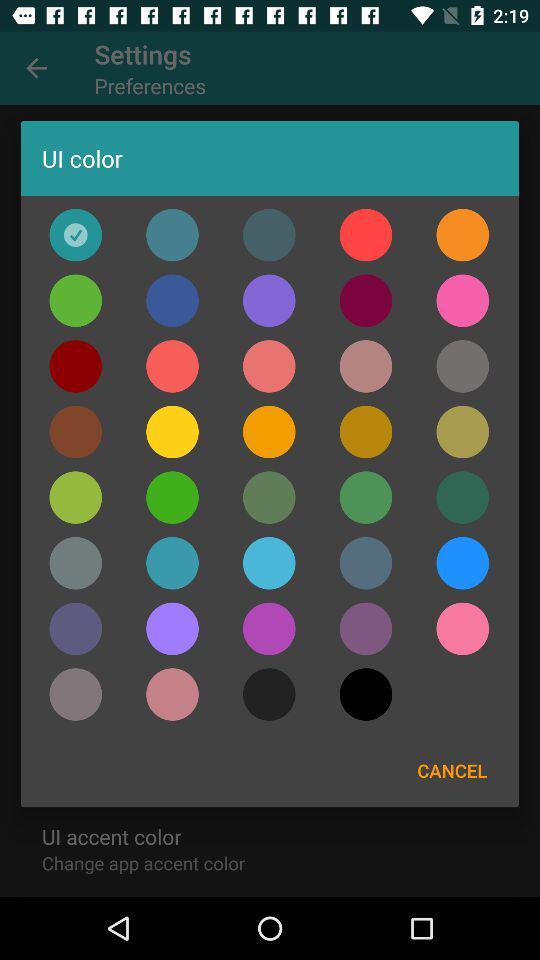  What do you see at coordinates (462, 299) in the screenshot?
I see `choose ui color` at bounding box center [462, 299].